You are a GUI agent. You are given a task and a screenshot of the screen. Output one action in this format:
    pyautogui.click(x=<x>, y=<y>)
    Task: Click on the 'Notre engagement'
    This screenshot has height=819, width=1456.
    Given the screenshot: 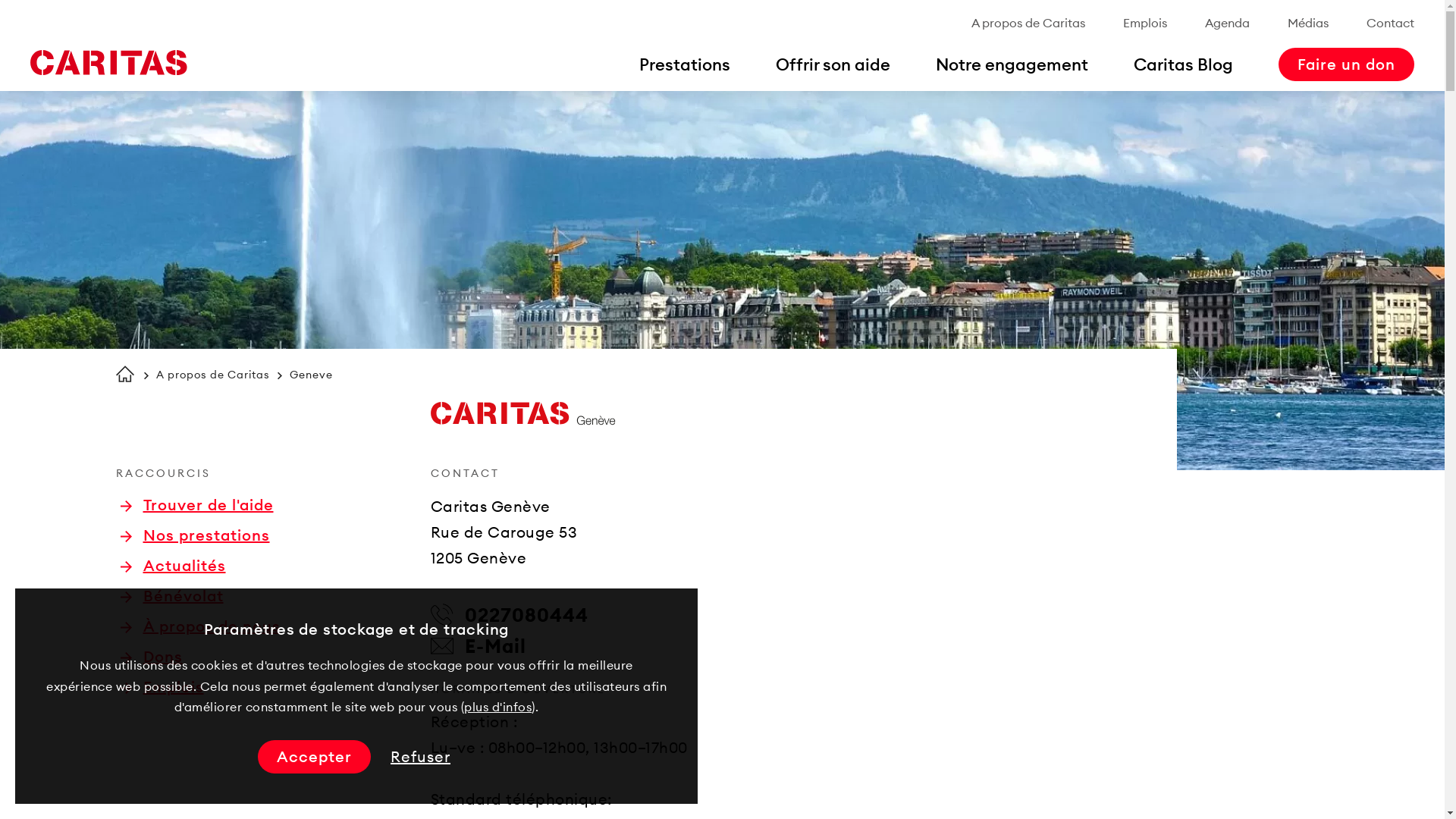 What is the action you would take?
    pyautogui.click(x=934, y=63)
    